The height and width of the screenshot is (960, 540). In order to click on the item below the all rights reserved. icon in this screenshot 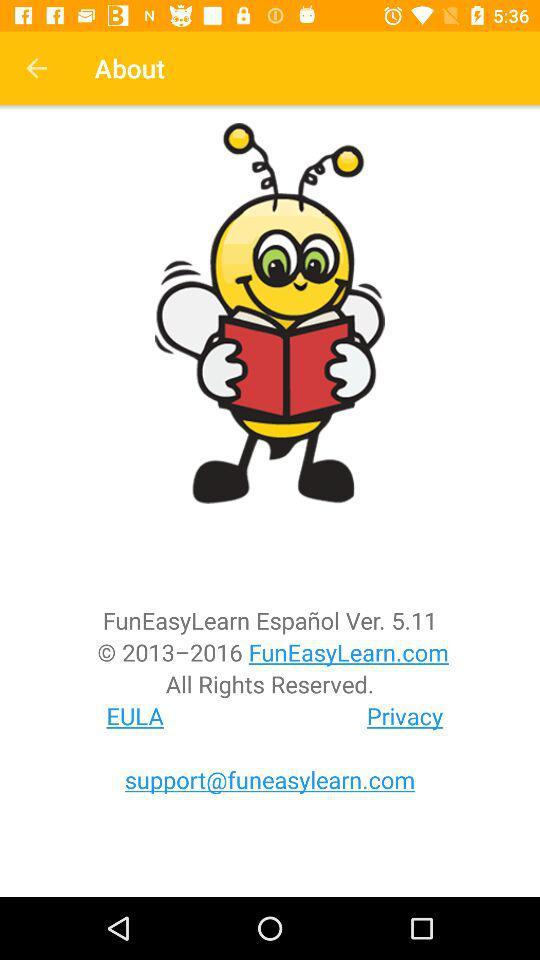, I will do `click(135, 716)`.